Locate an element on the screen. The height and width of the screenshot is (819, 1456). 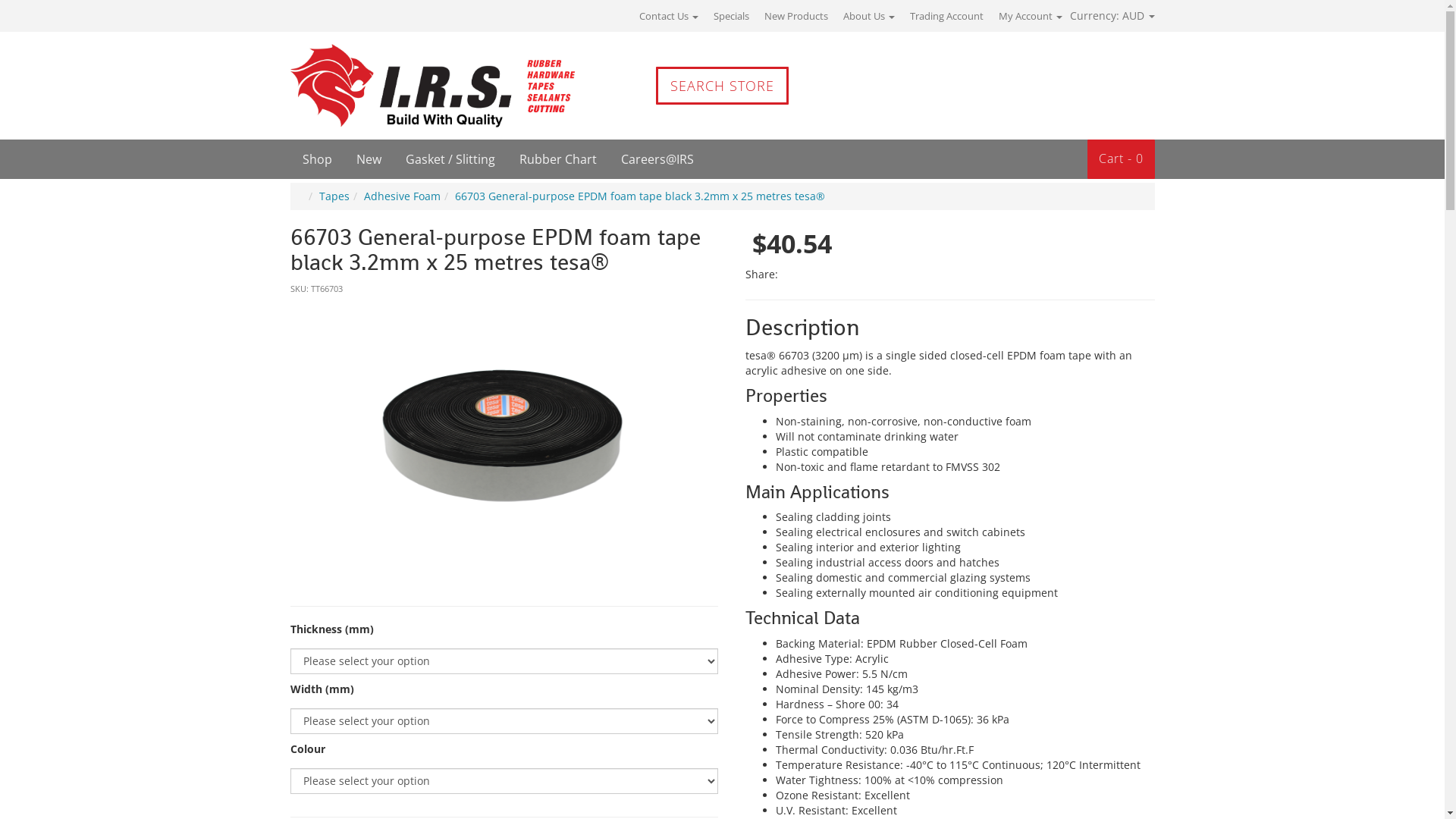
'Gasket / Slitting' is located at coordinates (449, 158).